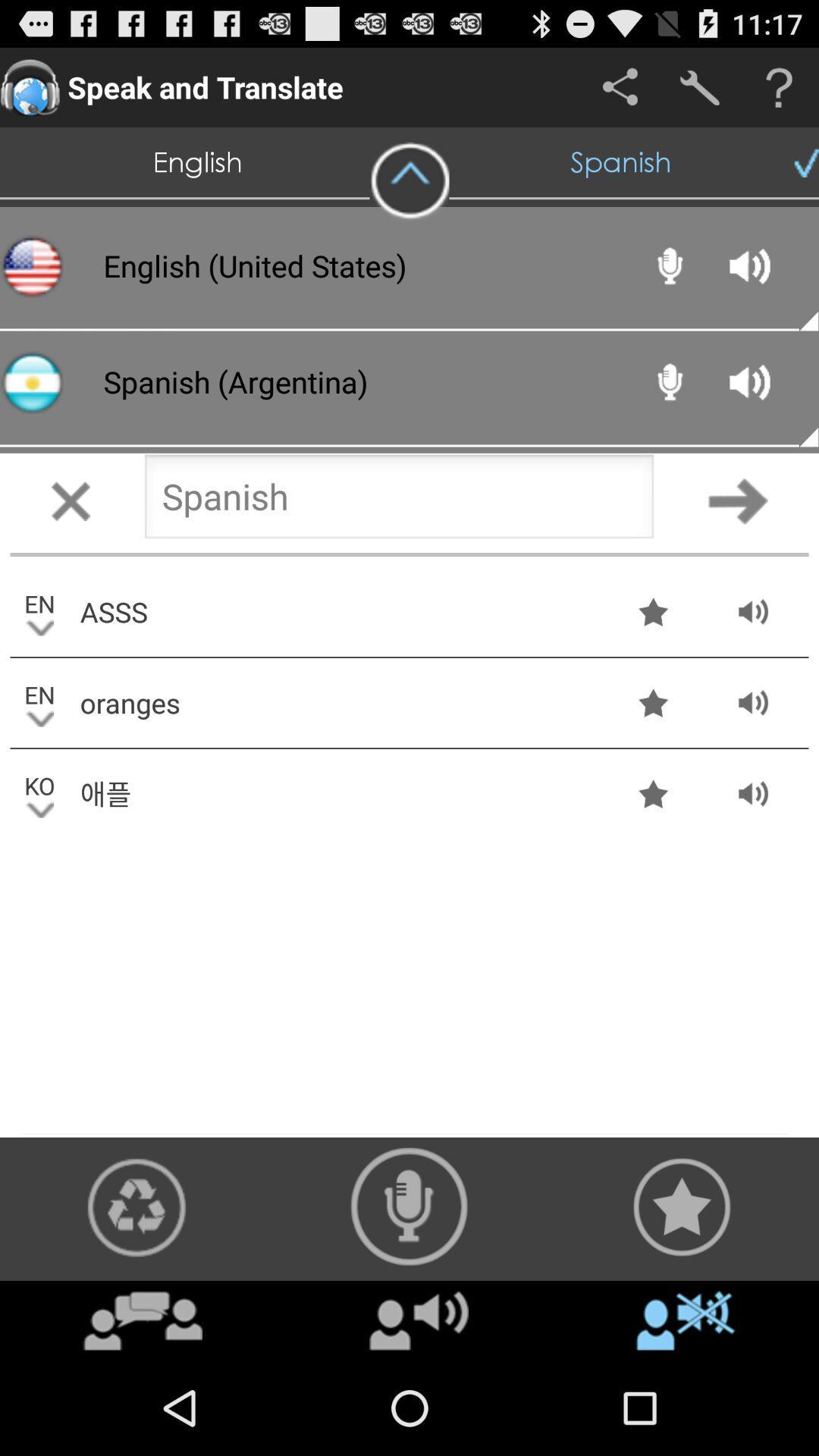 Image resolution: width=819 pixels, height=1456 pixels. What do you see at coordinates (409, 181) in the screenshot?
I see `the icon next to english` at bounding box center [409, 181].